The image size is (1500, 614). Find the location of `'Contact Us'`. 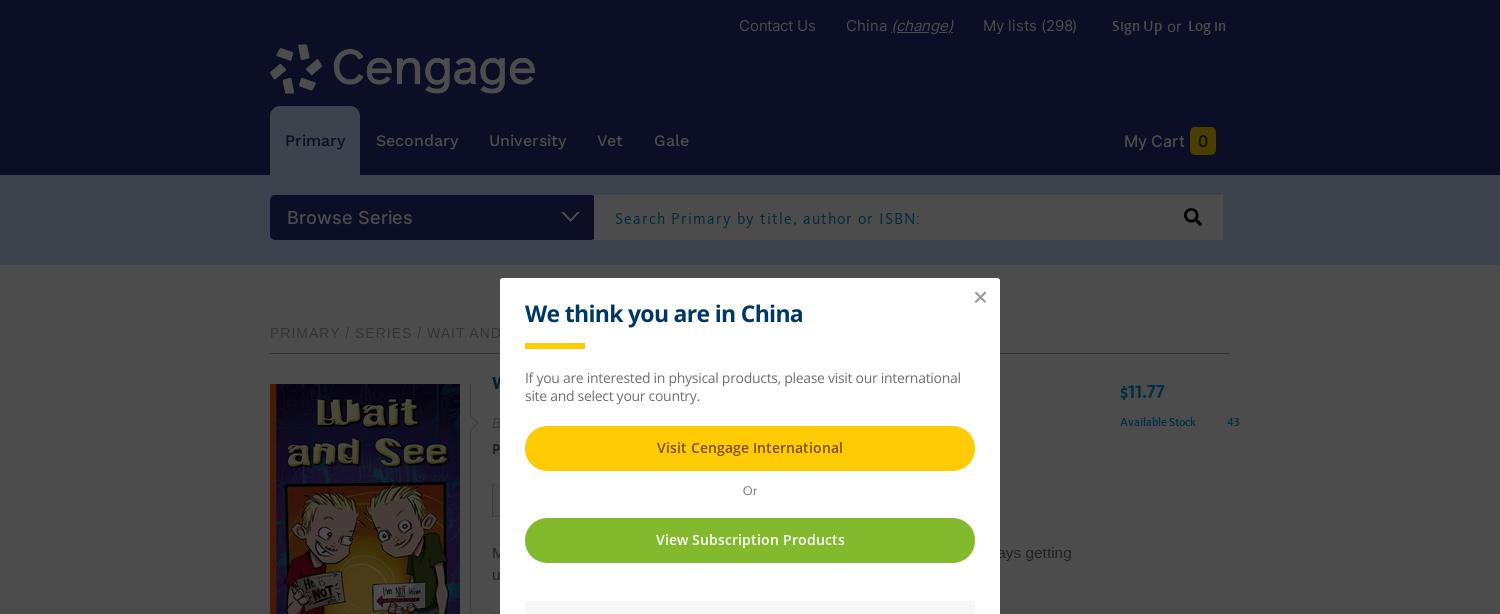

'Contact Us' is located at coordinates (777, 25).